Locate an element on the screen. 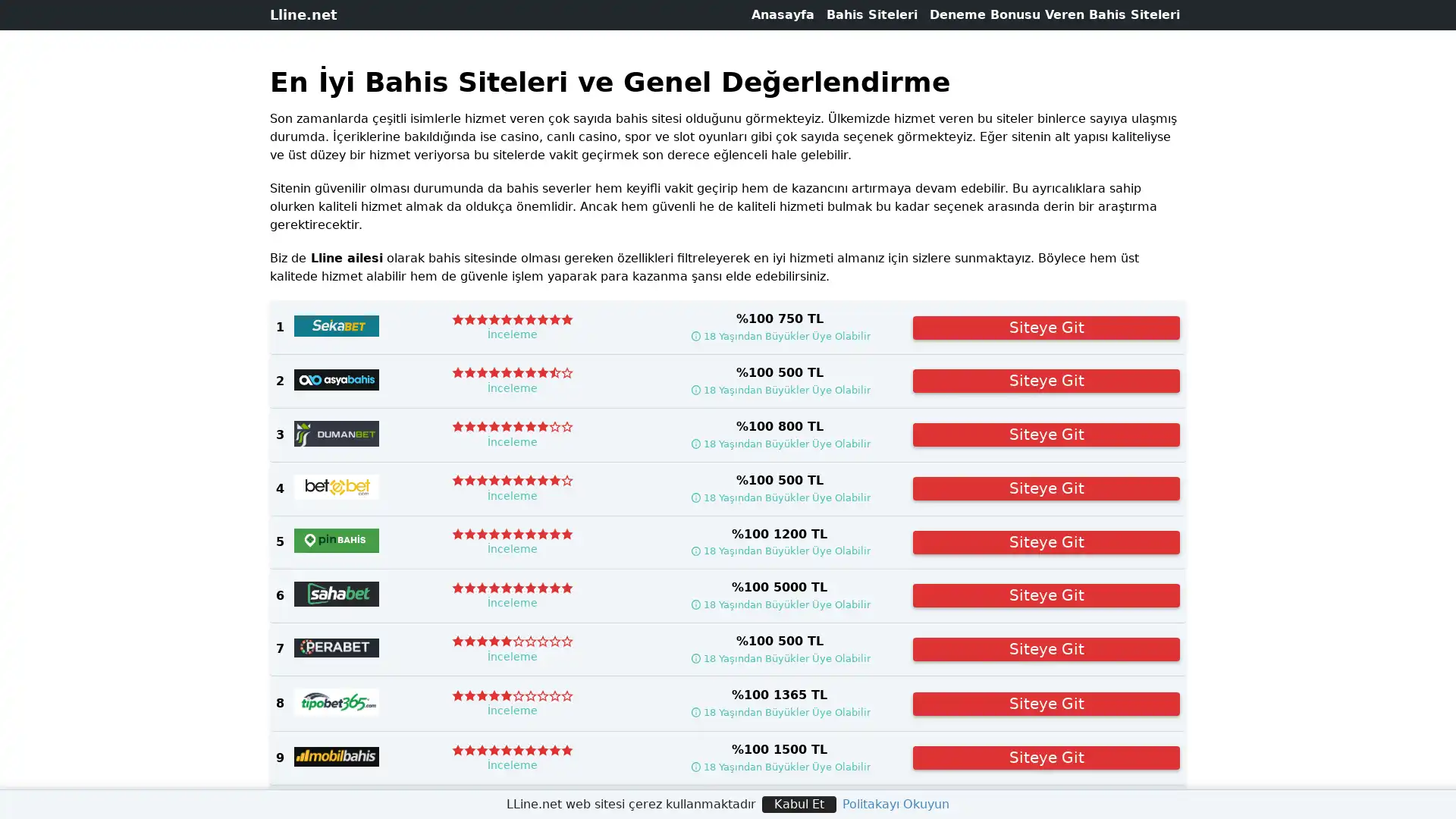  Load terms and conditions is located at coordinates (779, 603).